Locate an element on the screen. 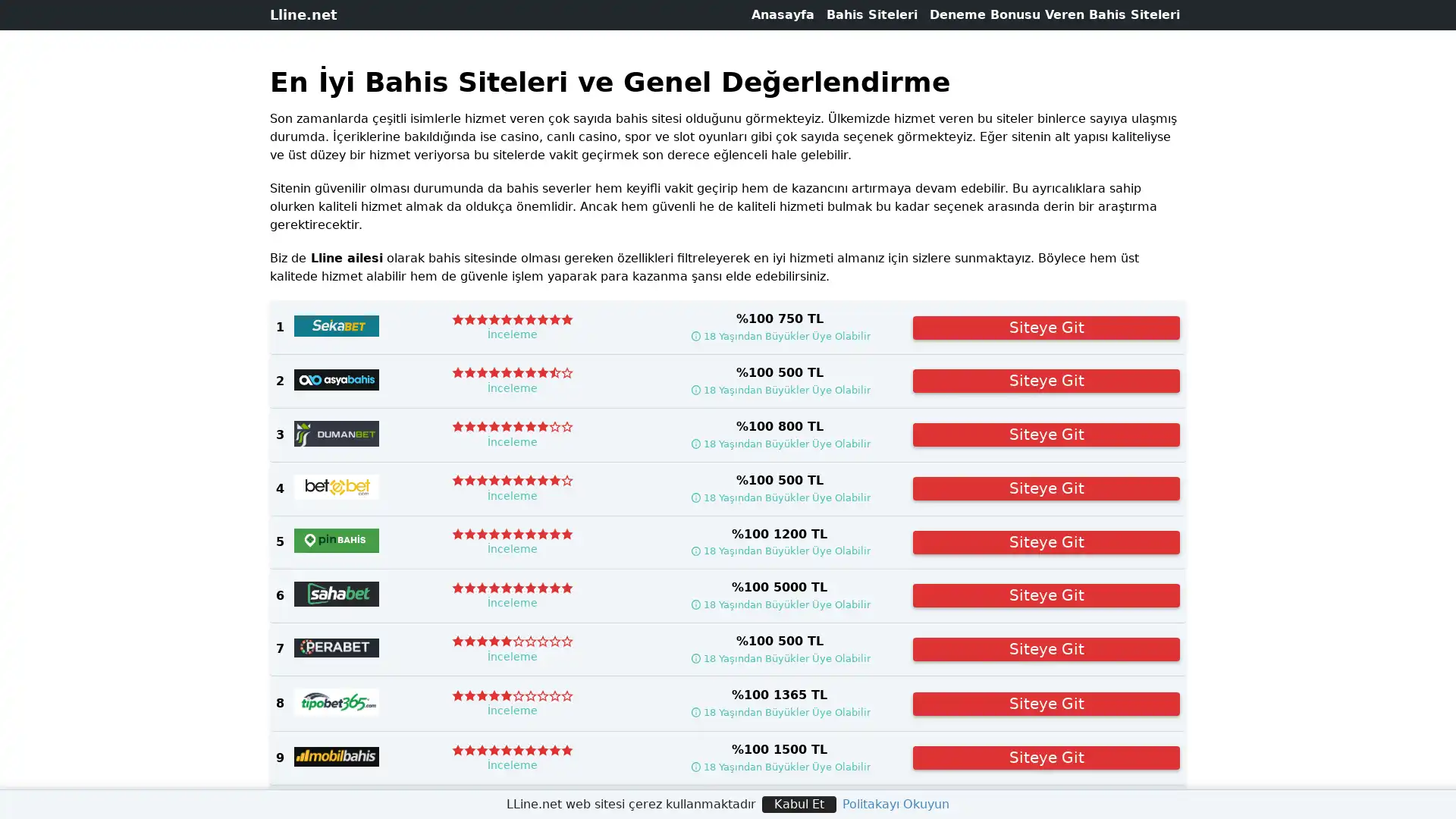  Load terms and conditions is located at coordinates (779, 603).